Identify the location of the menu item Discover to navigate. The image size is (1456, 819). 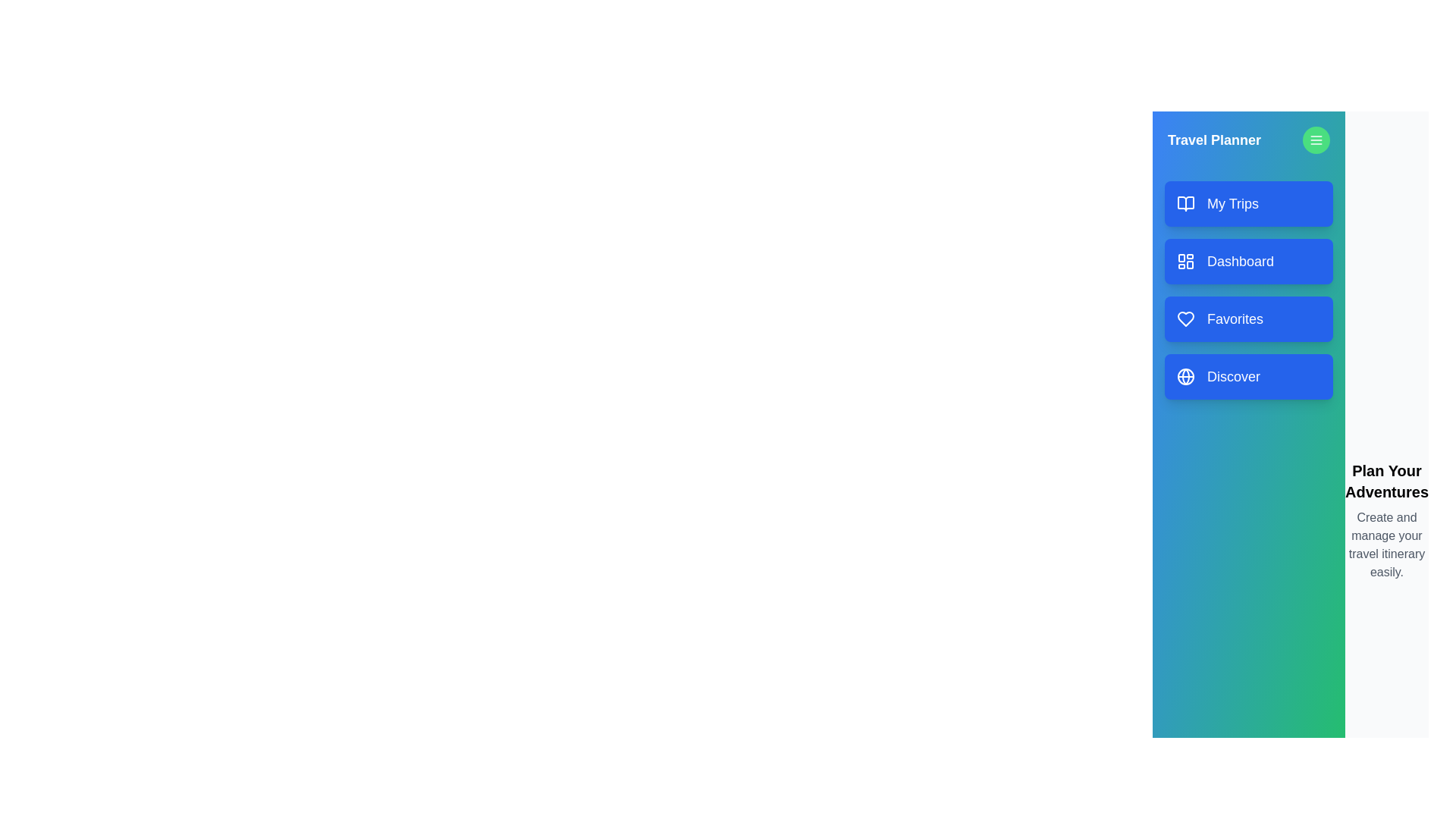
(1248, 376).